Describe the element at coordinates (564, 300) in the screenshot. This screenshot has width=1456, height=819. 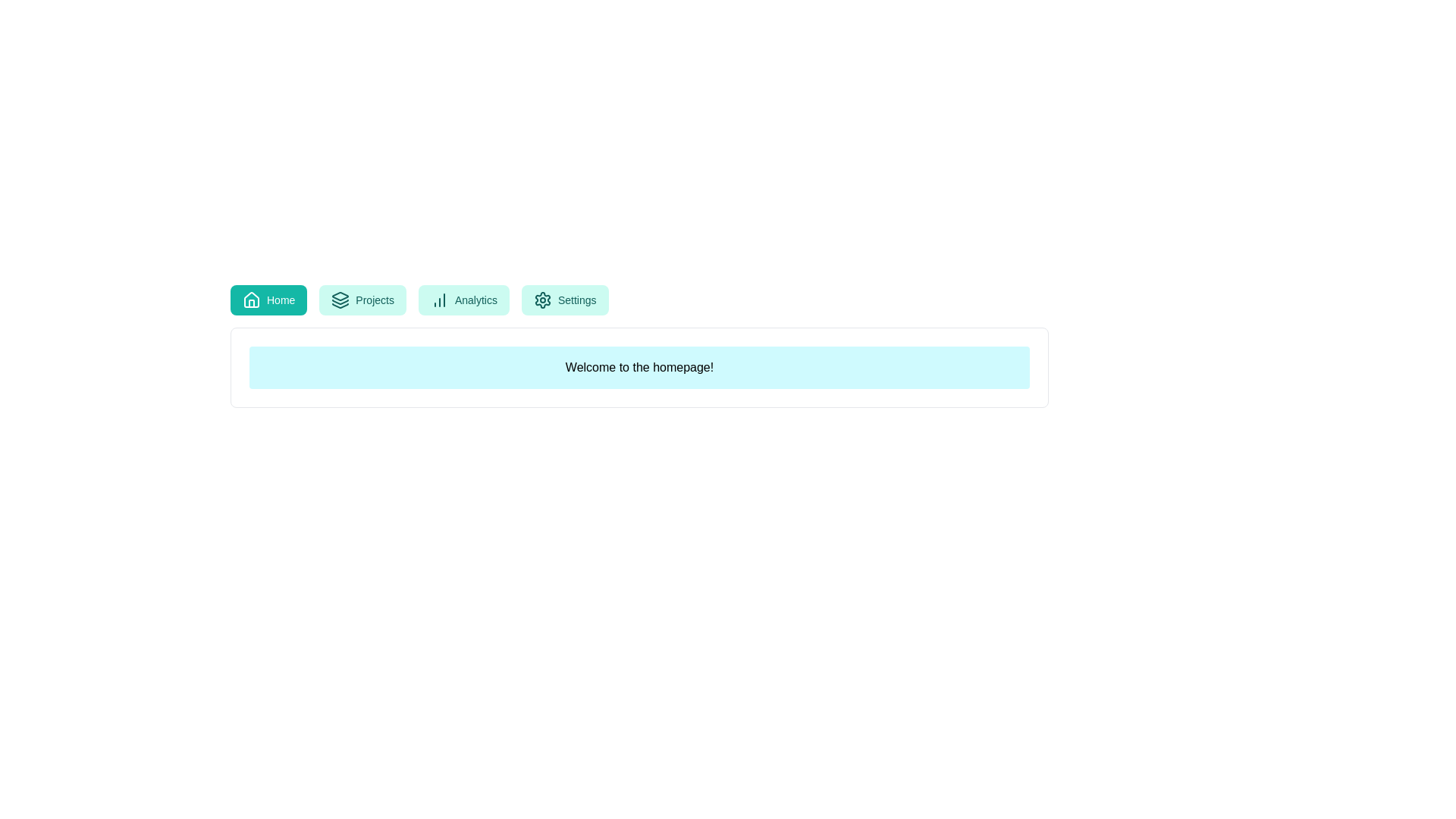
I see `the button labeled Settings to explore its hover effect` at that location.